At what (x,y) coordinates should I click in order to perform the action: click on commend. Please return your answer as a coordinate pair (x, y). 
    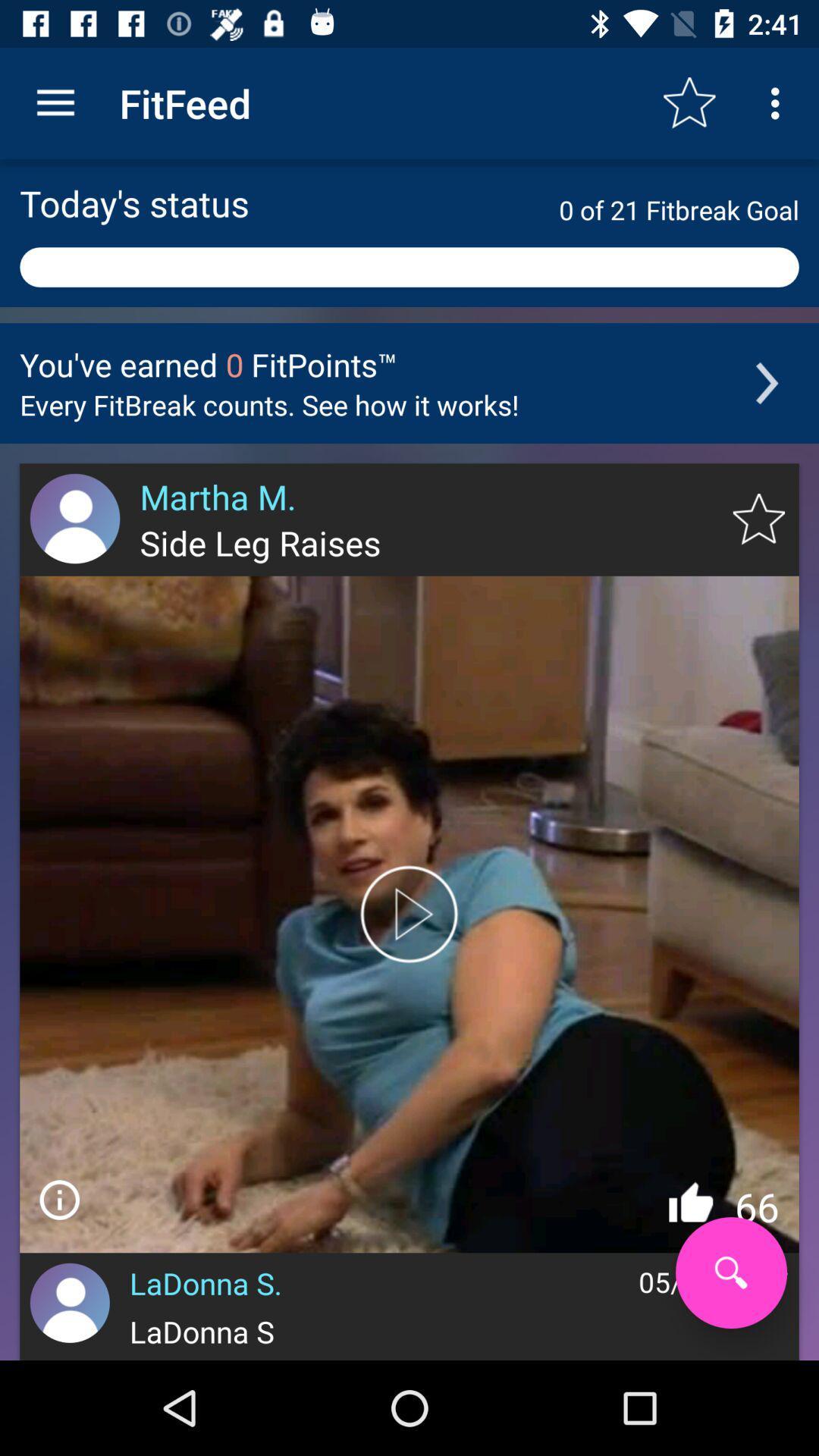
    Looking at the image, I should click on (58, 1199).